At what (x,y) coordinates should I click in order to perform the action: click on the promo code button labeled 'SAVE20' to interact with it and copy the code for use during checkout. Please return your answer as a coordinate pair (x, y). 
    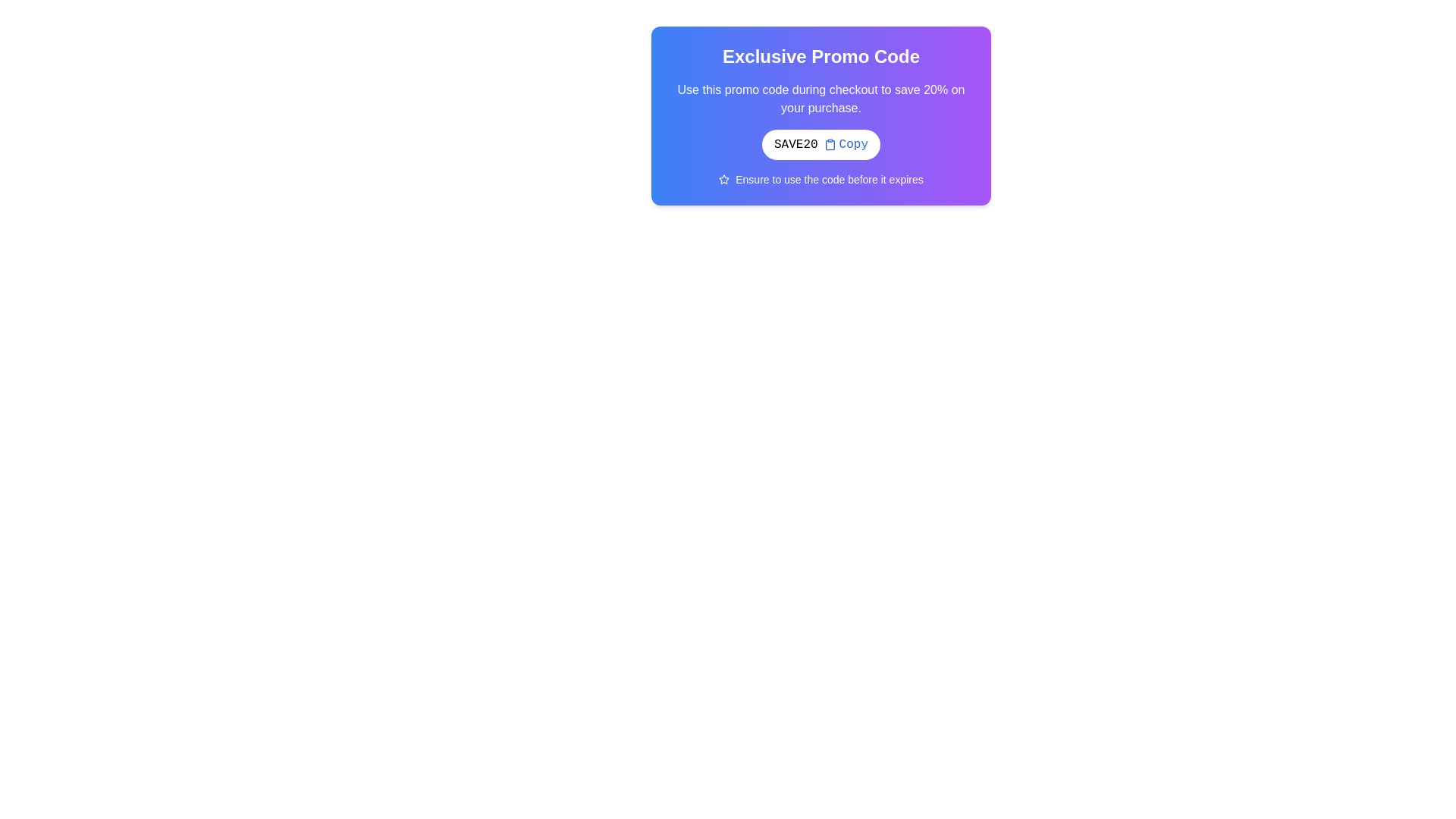
    Looking at the image, I should click on (821, 145).